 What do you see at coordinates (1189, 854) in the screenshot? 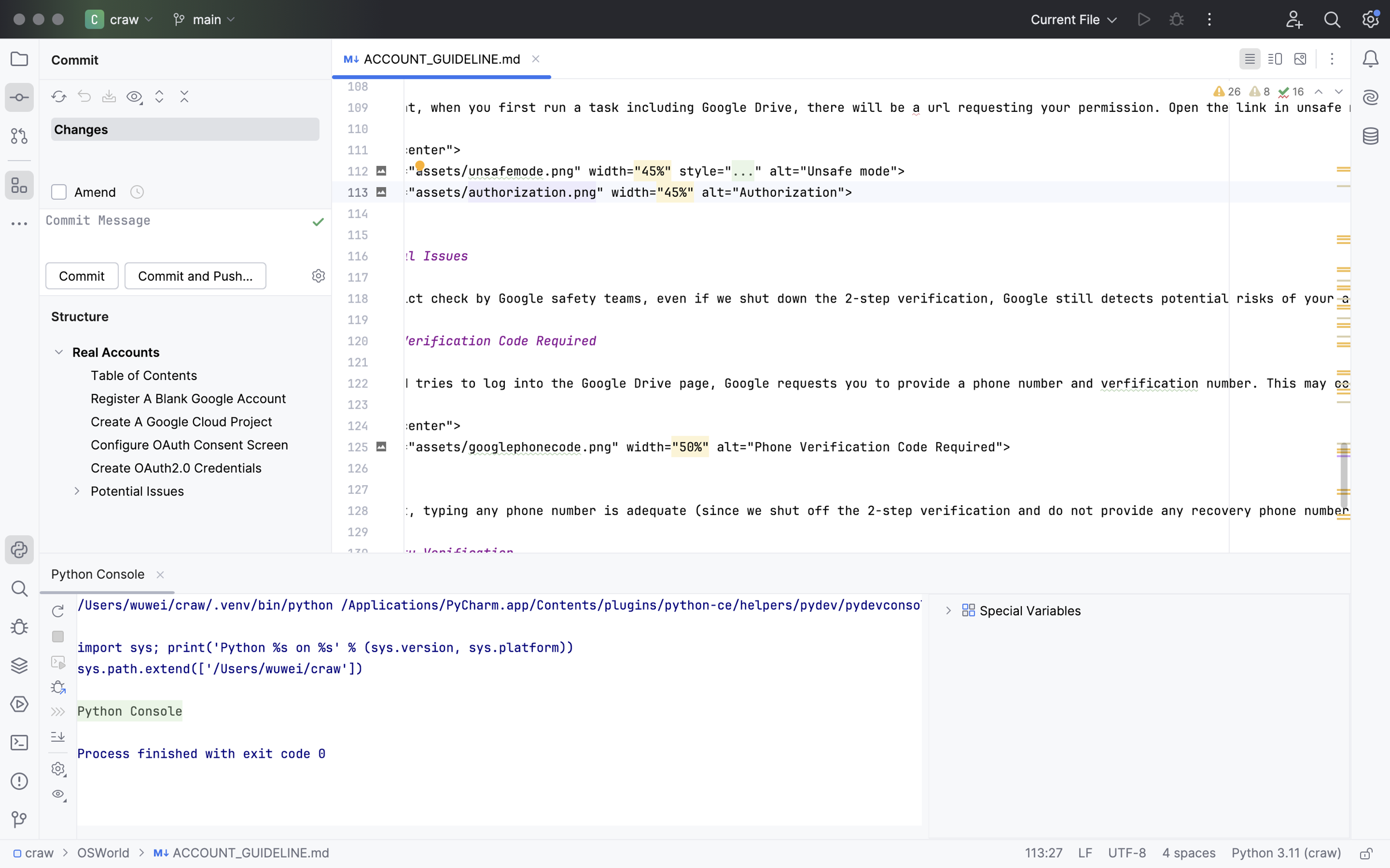
I see `'4 spaces'` at bounding box center [1189, 854].